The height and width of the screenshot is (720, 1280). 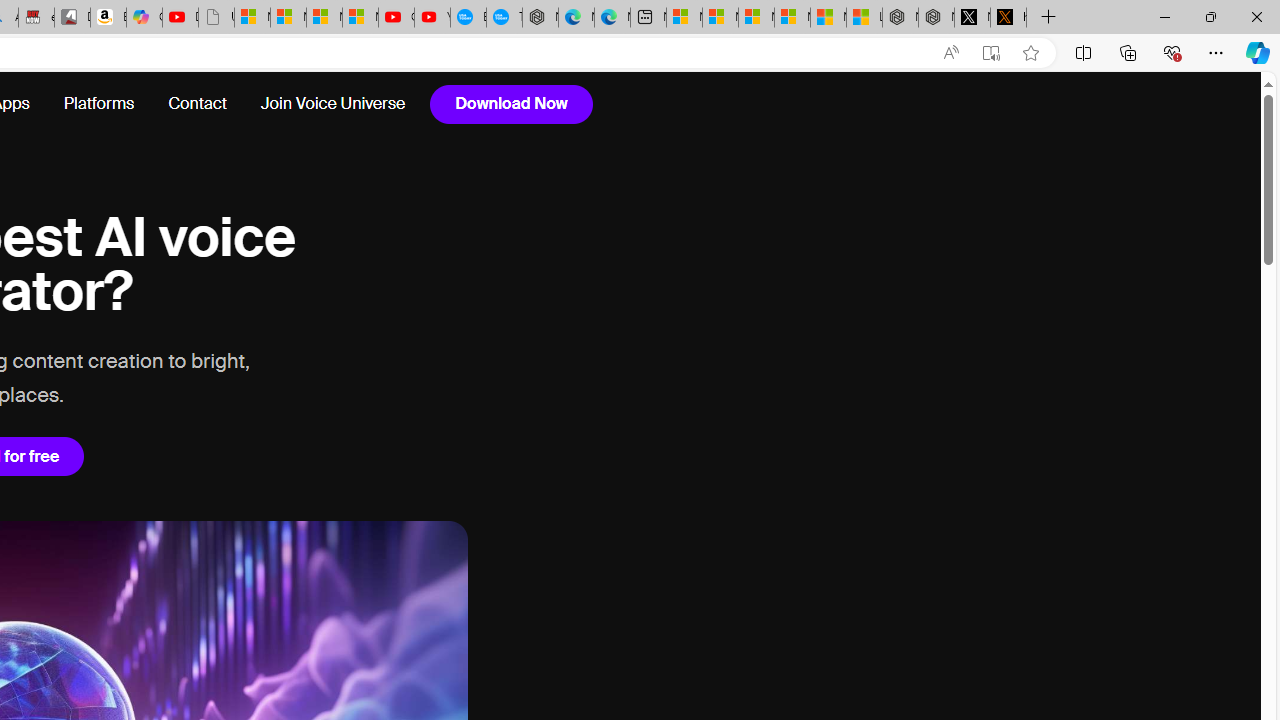 What do you see at coordinates (540, 17) in the screenshot?
I see `'Nordace - Nordace has arrived Hong Kong'` at bounding box center [540, 17].